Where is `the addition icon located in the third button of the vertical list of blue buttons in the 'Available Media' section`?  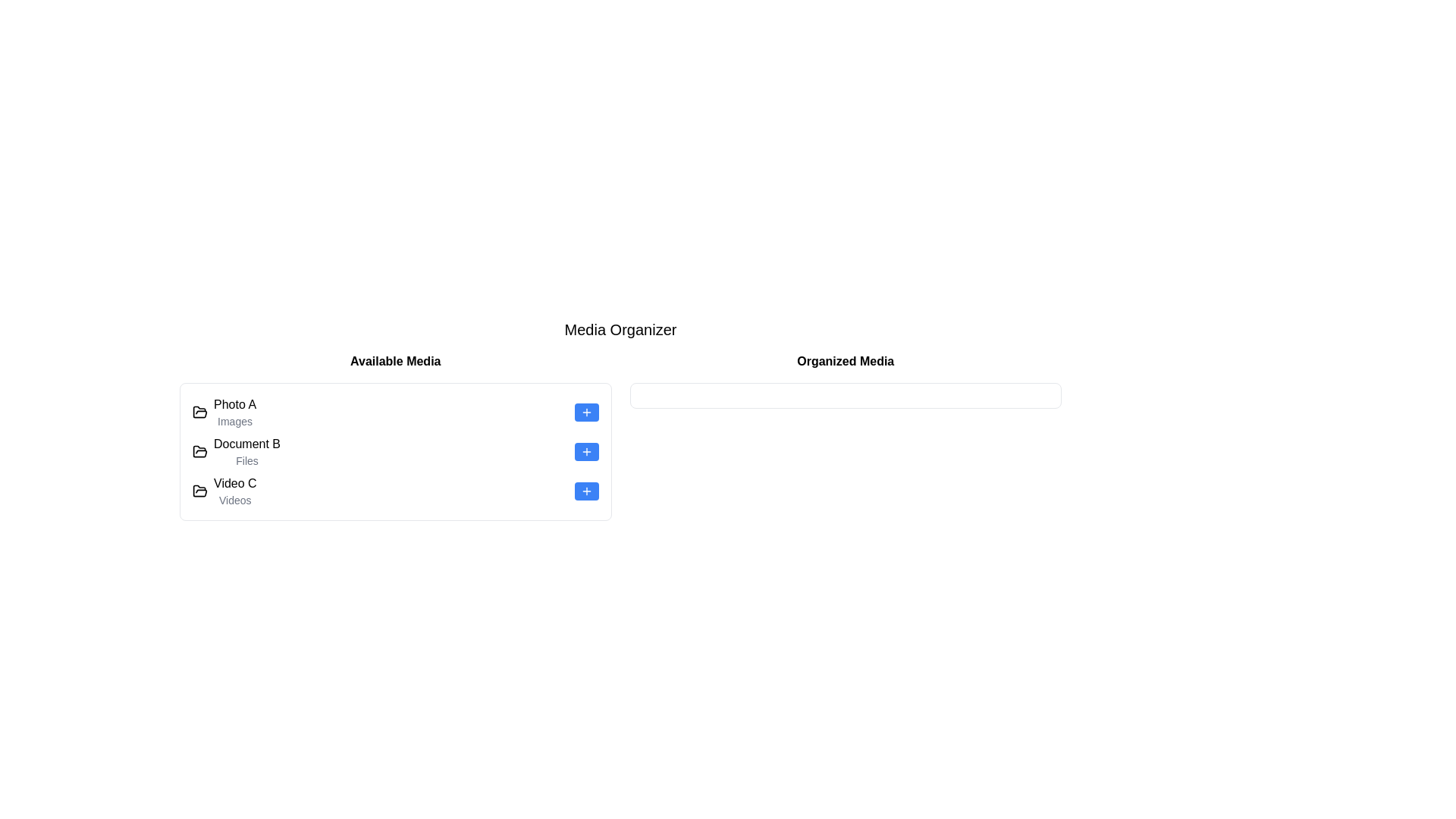
the addition icon located in the third button of the vertical list of blue buttons in the 'Available Media' section is located at coordinates (585, 491).